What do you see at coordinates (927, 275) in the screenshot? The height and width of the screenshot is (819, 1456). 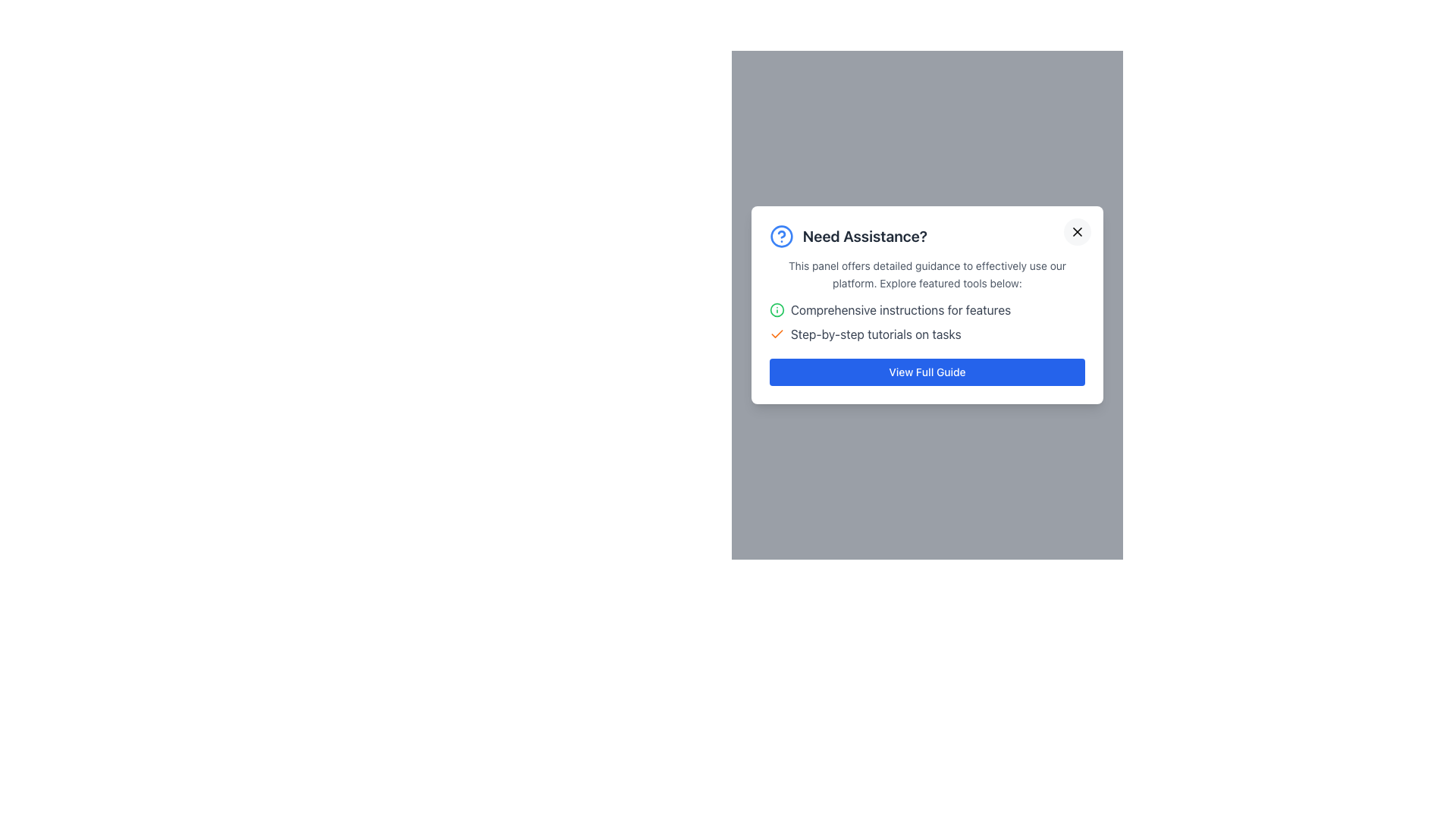 I see `text from the gray textual content block that provides guidance, located centrally below the title 'Need Assistance?'` at bounding box center [927, 275].